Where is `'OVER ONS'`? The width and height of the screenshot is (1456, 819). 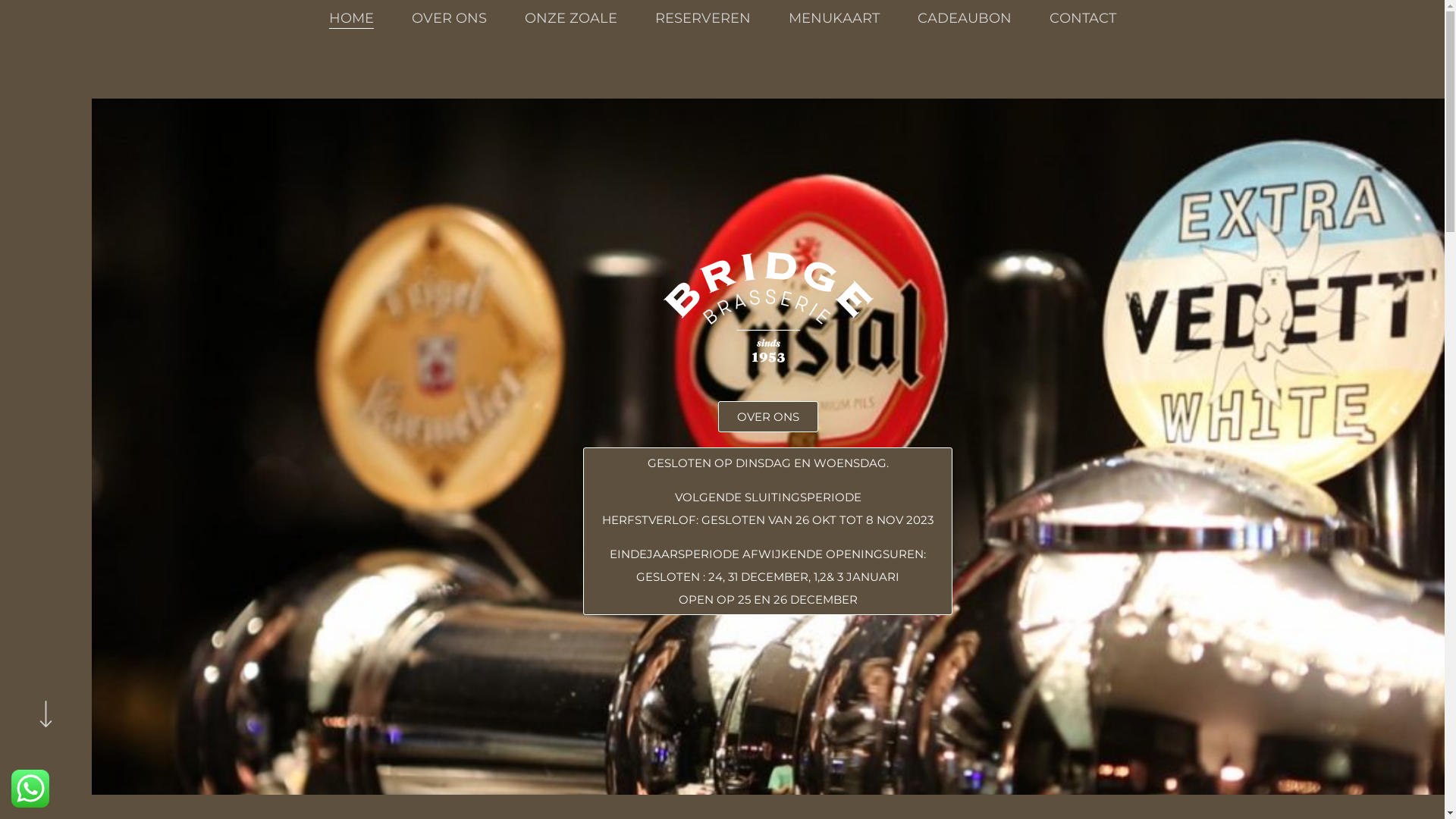 'OVER ONS' is located at coordinates (767, 416).